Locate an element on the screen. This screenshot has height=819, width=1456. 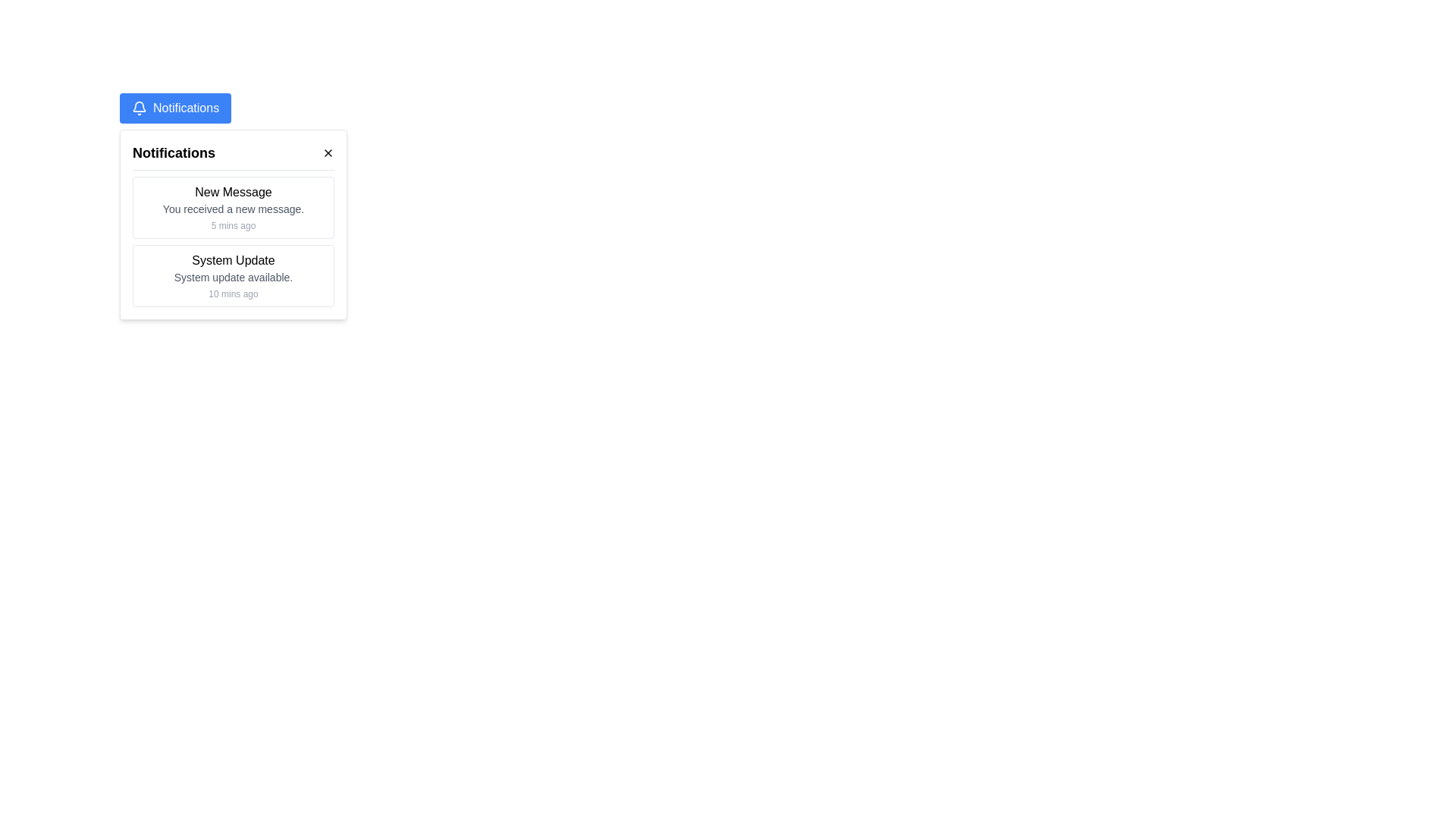
the second notification item that displays details of a system update and the time it was received is located at coordinates (232, 275).